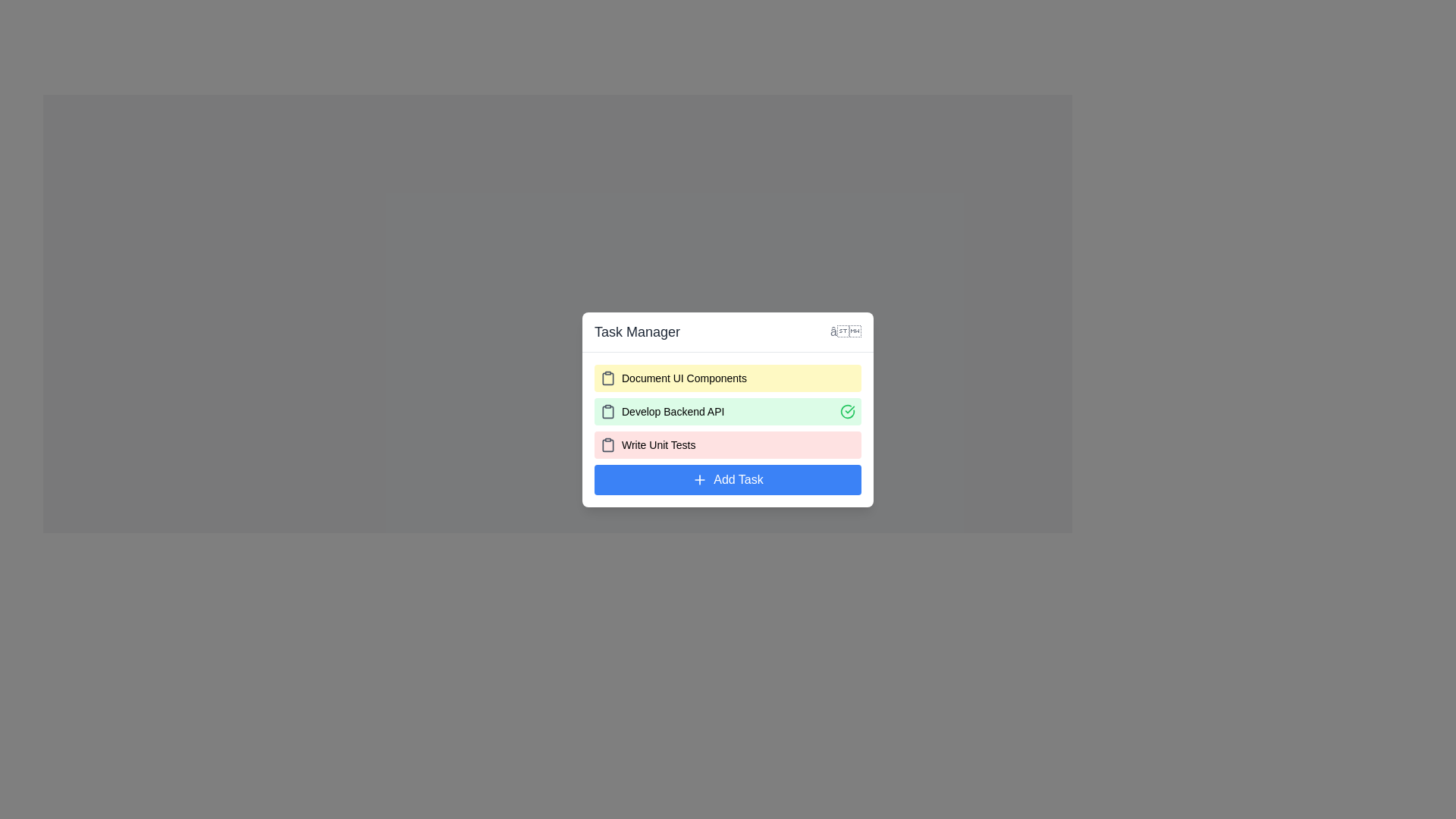 Image resolution: width=1456 pixels, height=819 pixels. What do you see at coordinates (699, 479) in the screenshot?
I see `the plus icon that signifies adding an item, located to the left of the 'Add Task' button` at bounding box center [699, 479].